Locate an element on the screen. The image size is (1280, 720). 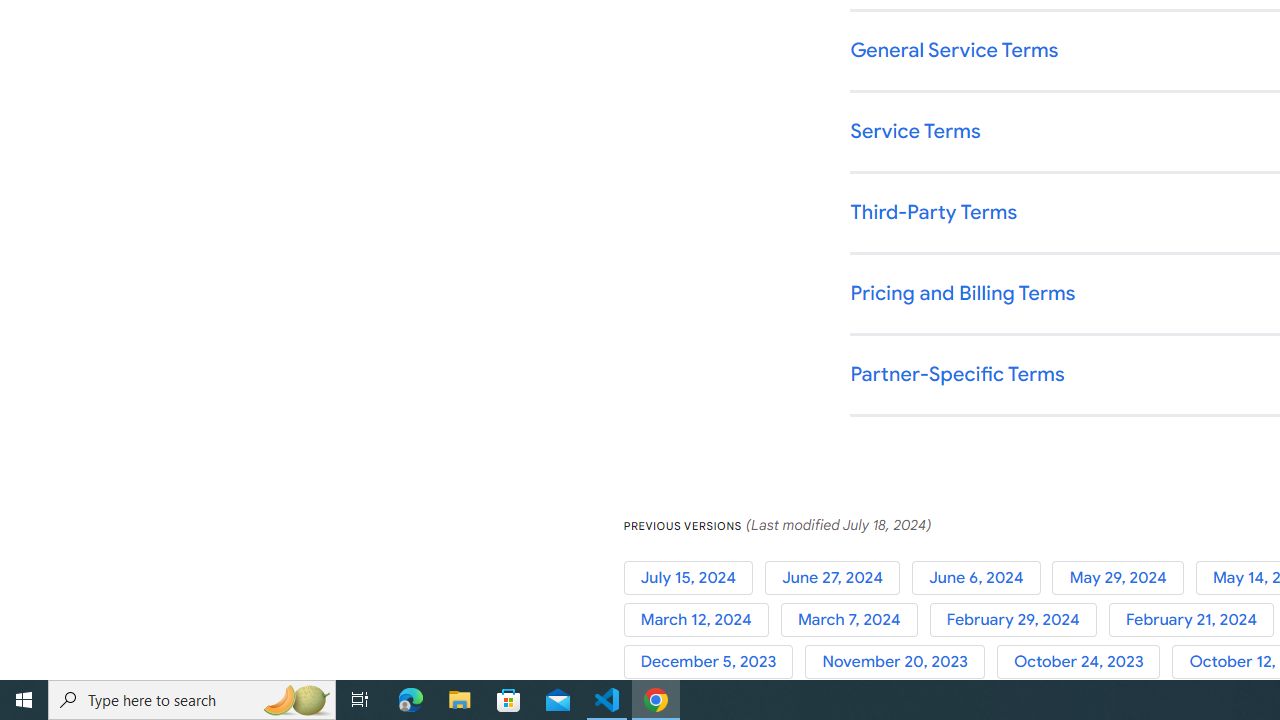
'December 5, 2023' is located at coordinates (714, 662).